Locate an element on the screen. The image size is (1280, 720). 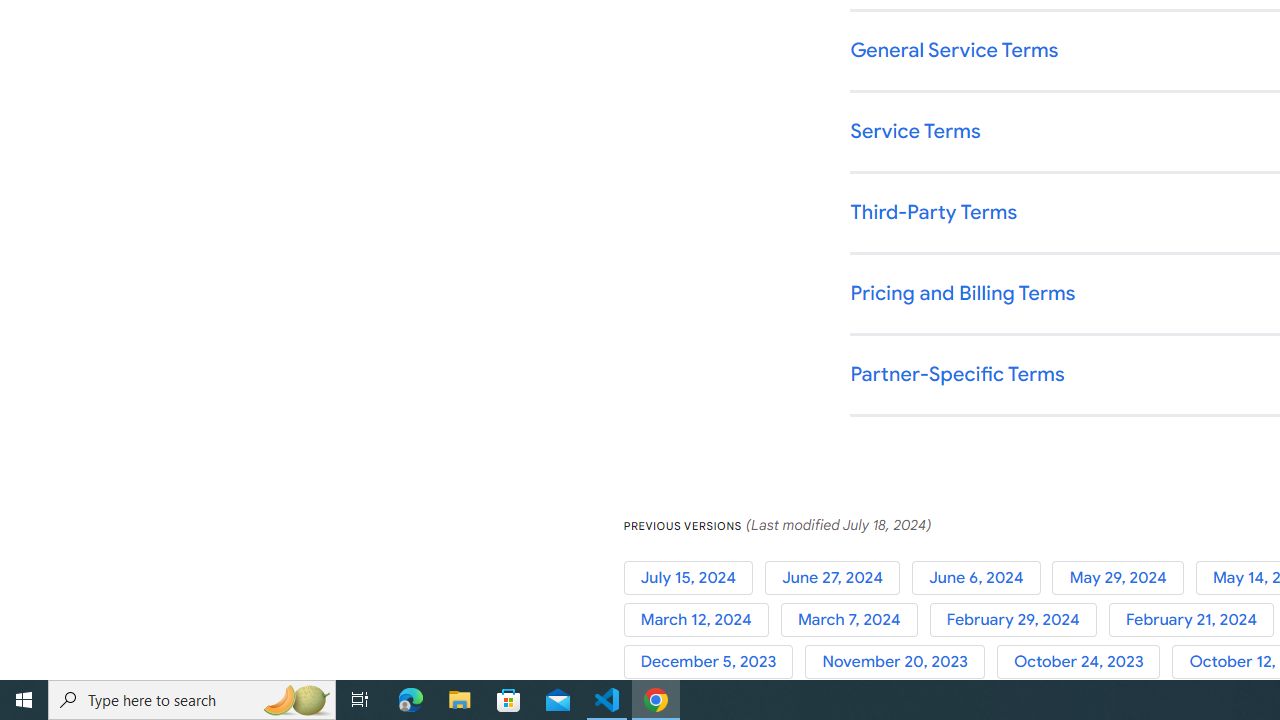
'December 5, 2023' is located at coordinates (714, 662).